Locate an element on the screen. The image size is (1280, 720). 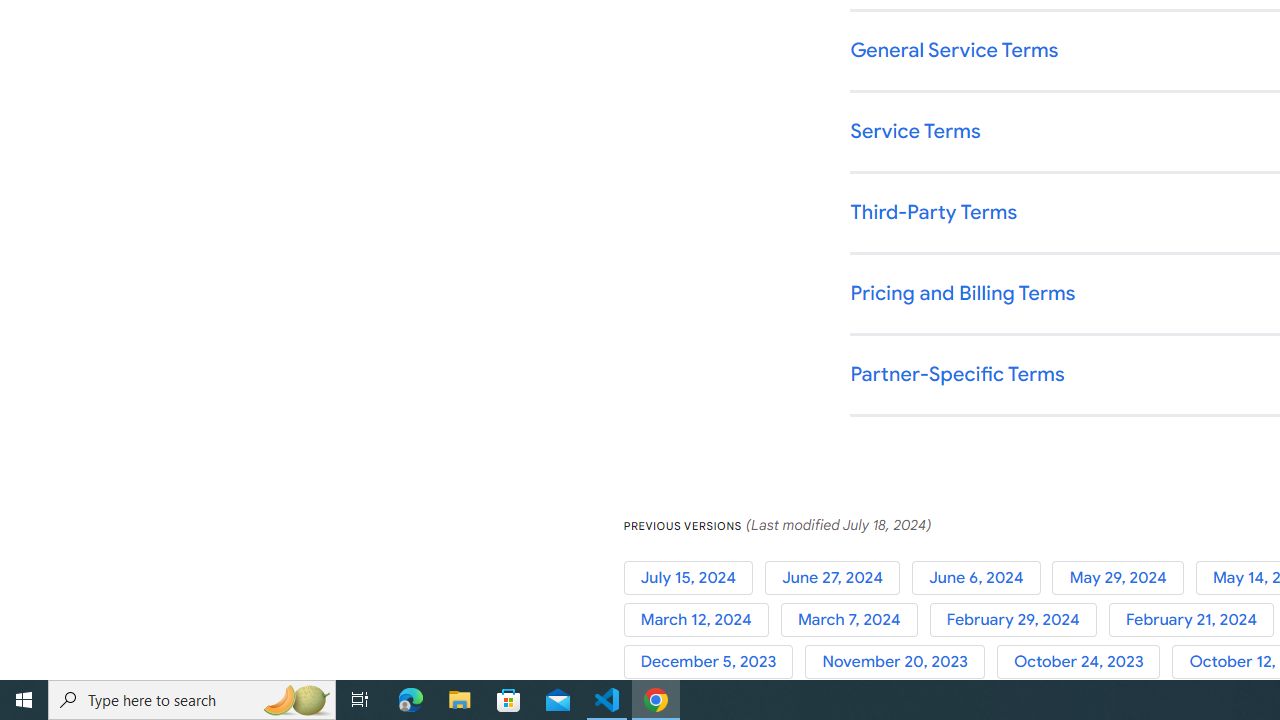
'December 5, 2023' is located at coordinates (714, 662).